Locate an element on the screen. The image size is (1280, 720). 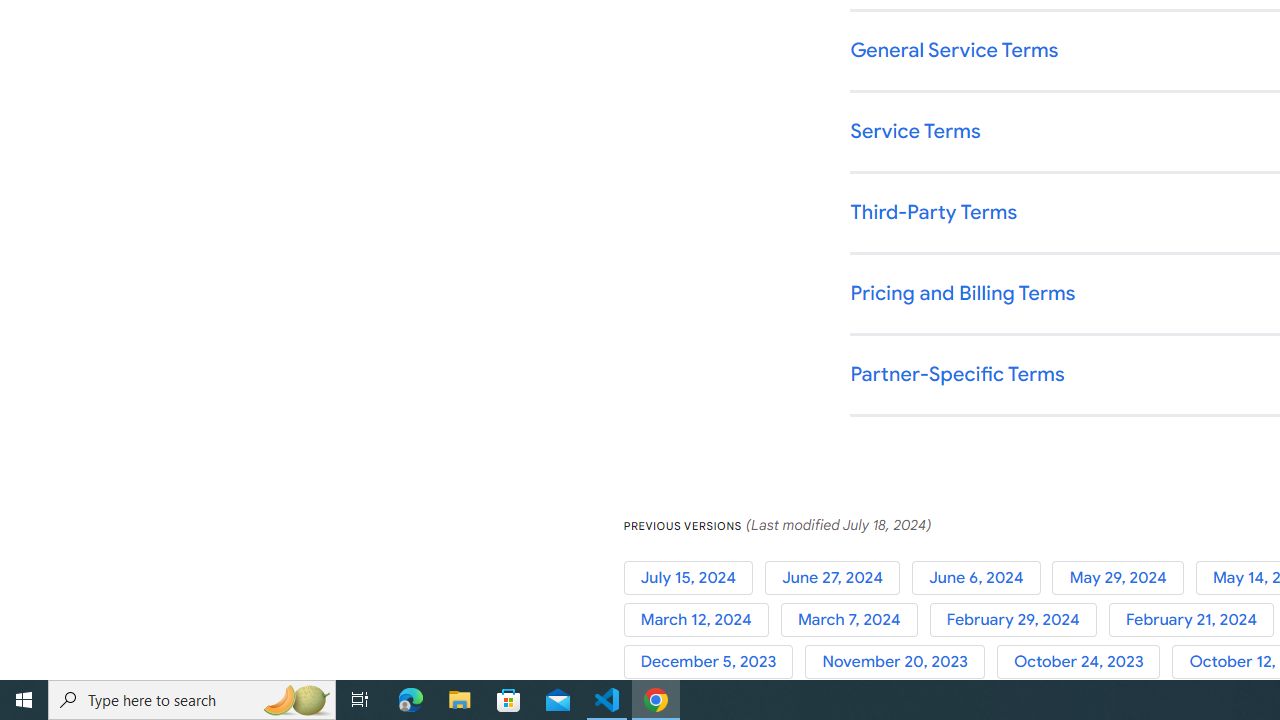
'December 5, 2023' is located at coordinates (714, 662).